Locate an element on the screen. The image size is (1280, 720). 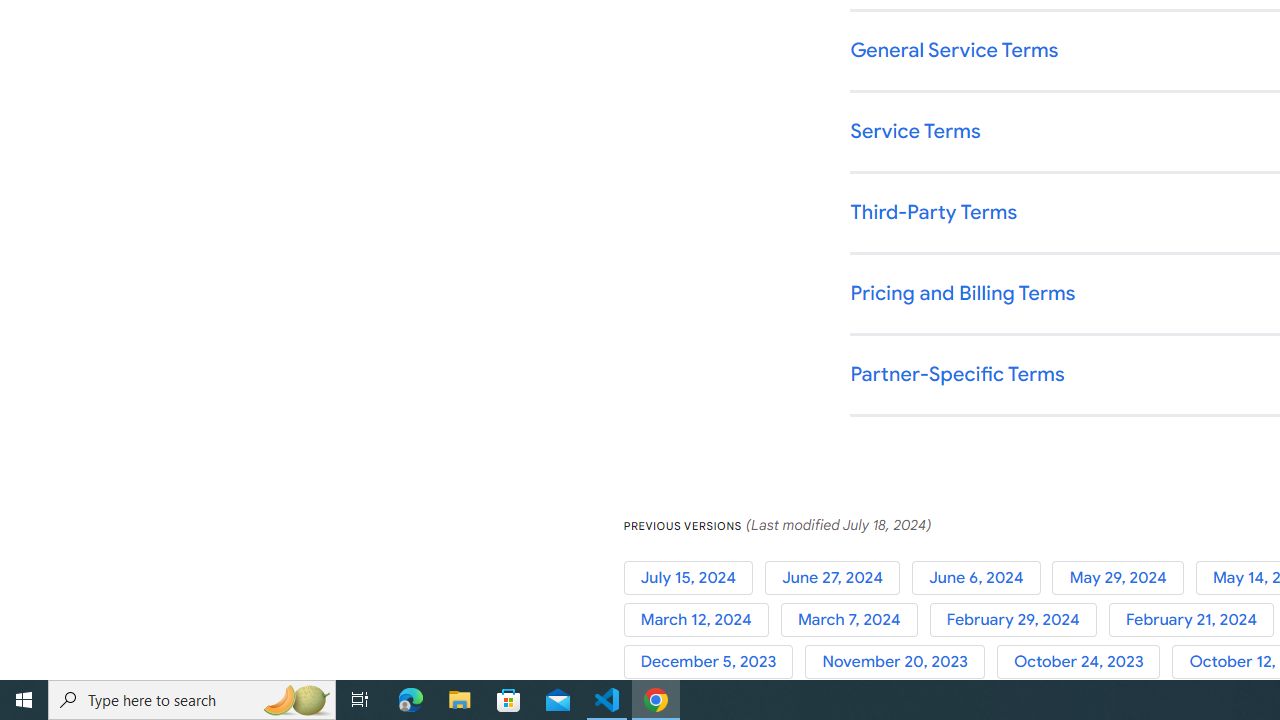
'December 5, 2023' is located at coordinates (714, 662).